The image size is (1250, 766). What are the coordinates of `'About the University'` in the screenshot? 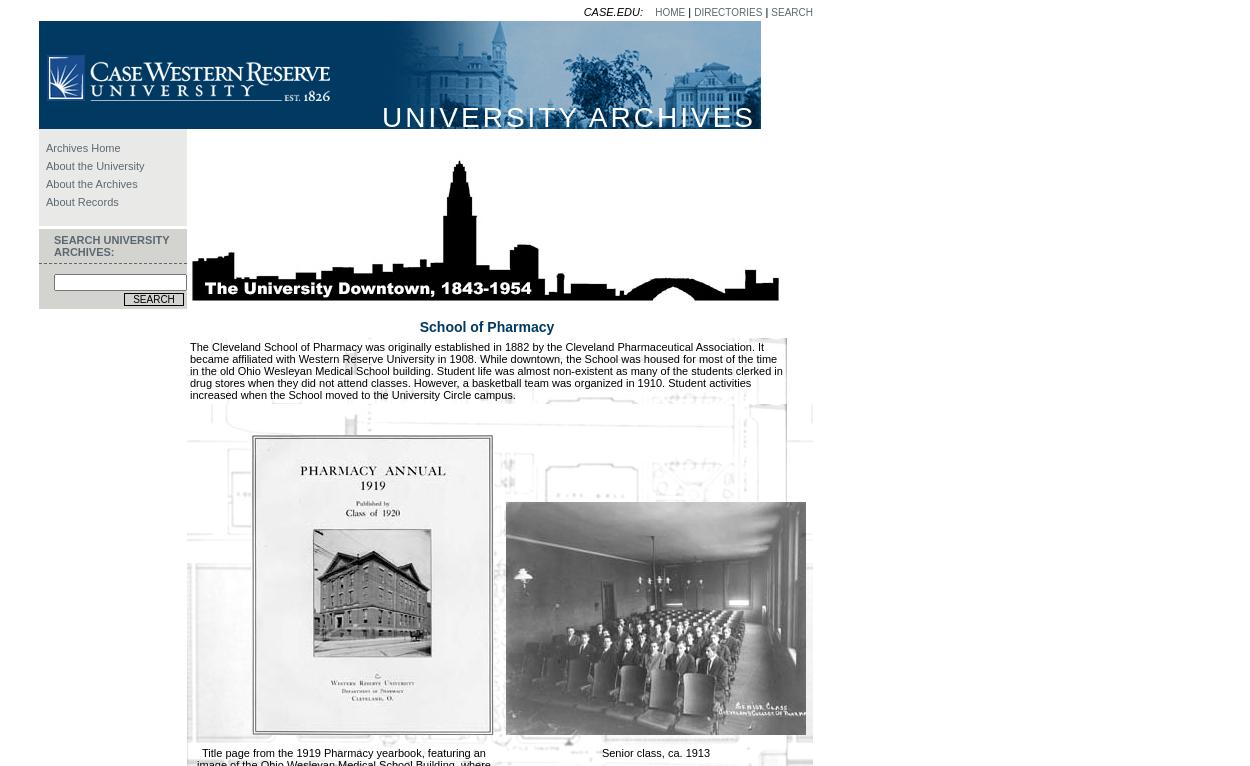 It's located at (94, 164).